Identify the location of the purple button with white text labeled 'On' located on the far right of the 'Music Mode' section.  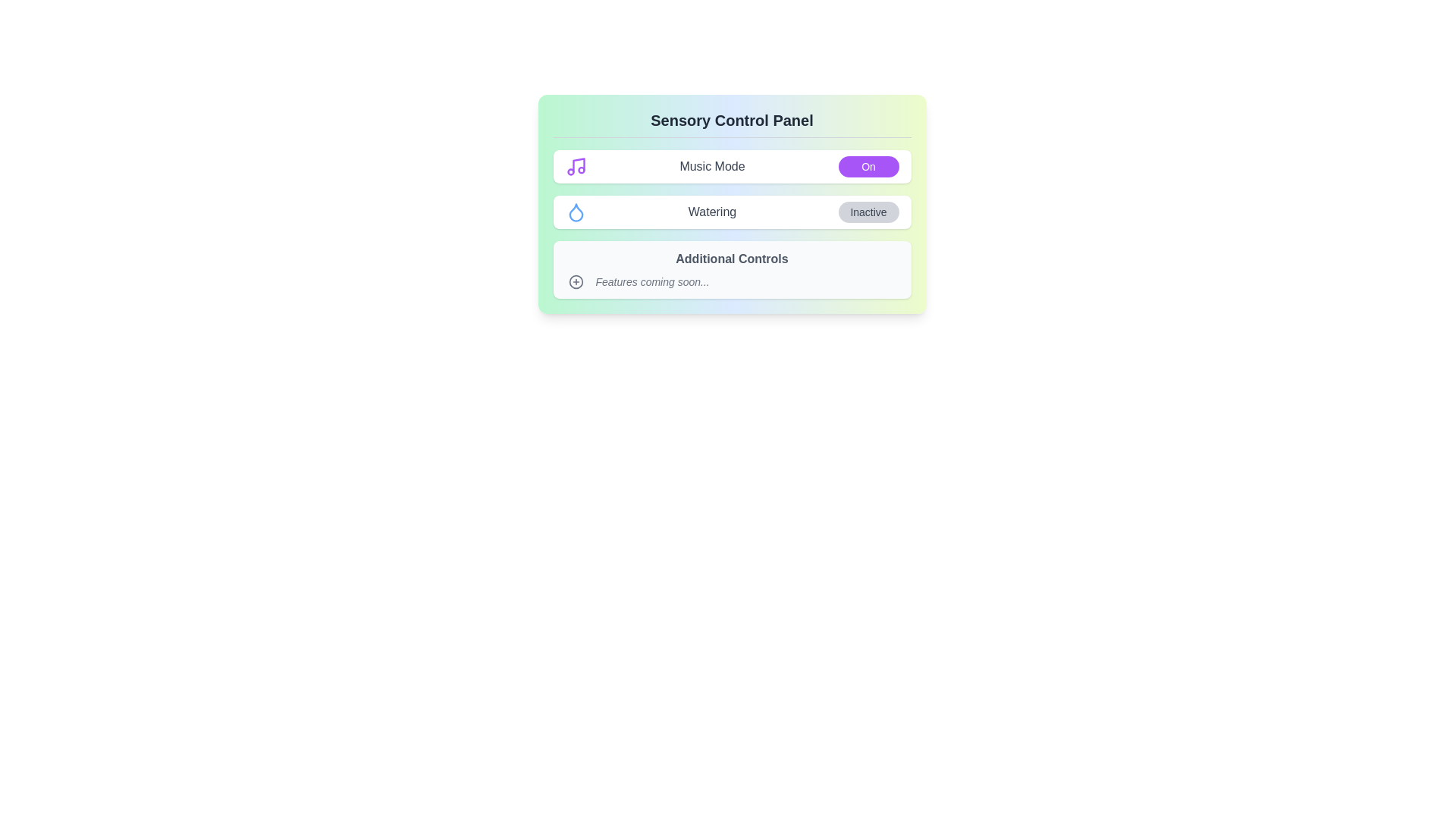
(868, 166).